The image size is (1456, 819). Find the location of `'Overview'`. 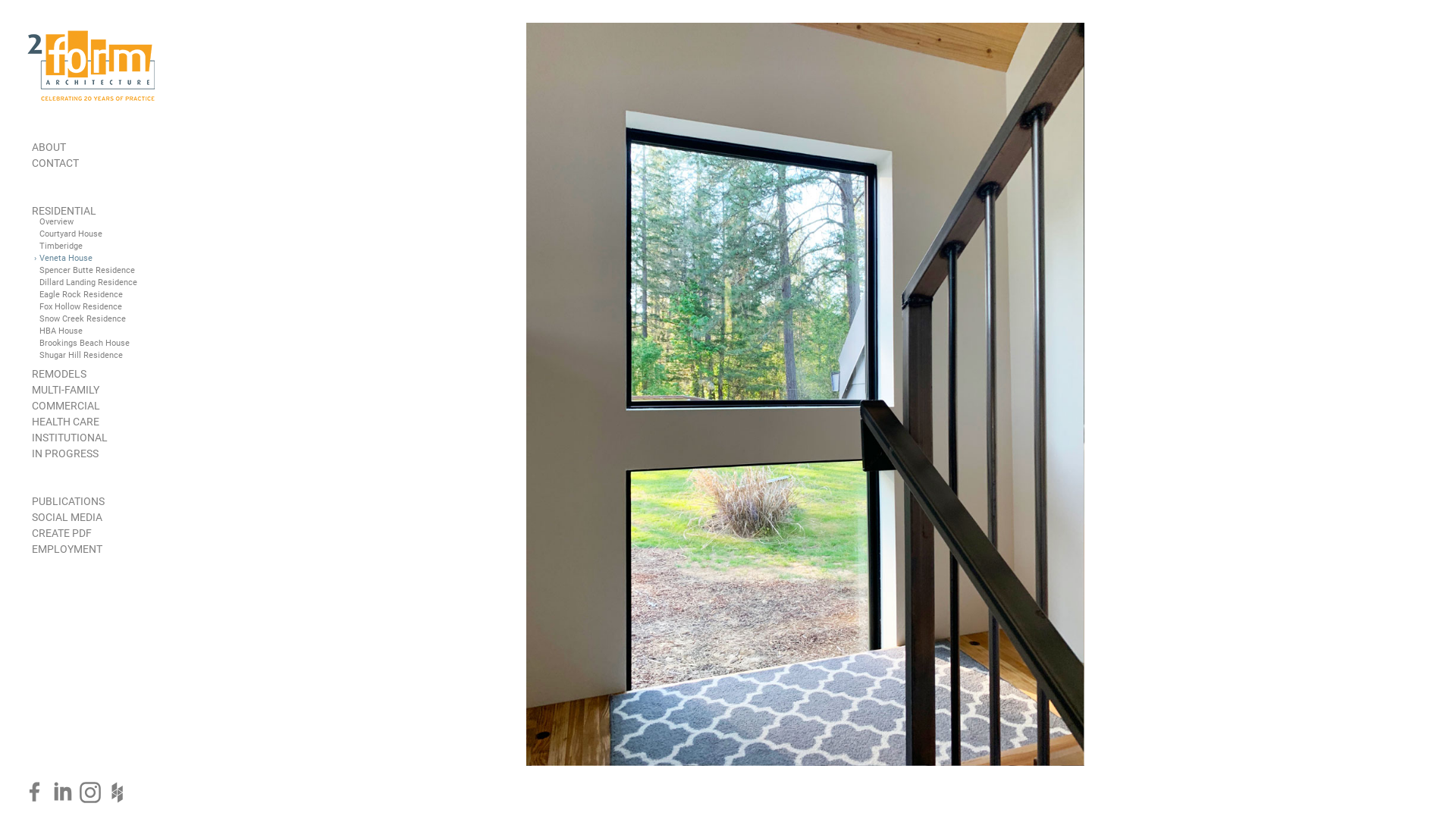

'Overview' is located at coordinates (56, 221).